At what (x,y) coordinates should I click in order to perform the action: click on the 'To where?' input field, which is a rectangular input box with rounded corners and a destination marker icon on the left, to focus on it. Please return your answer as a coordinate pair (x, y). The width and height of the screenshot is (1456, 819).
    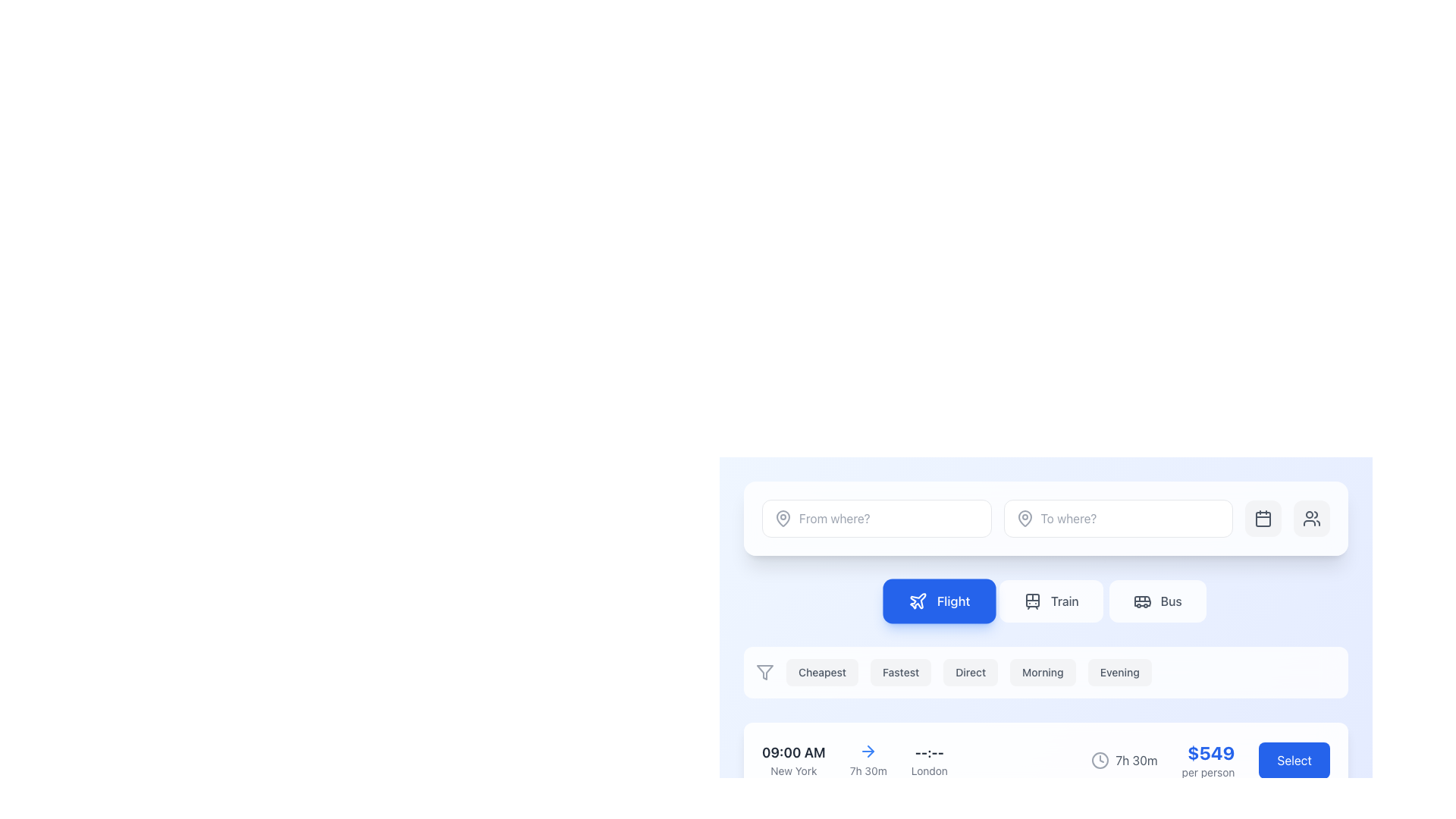
    Looking at the image, I should click on (1045, 517).